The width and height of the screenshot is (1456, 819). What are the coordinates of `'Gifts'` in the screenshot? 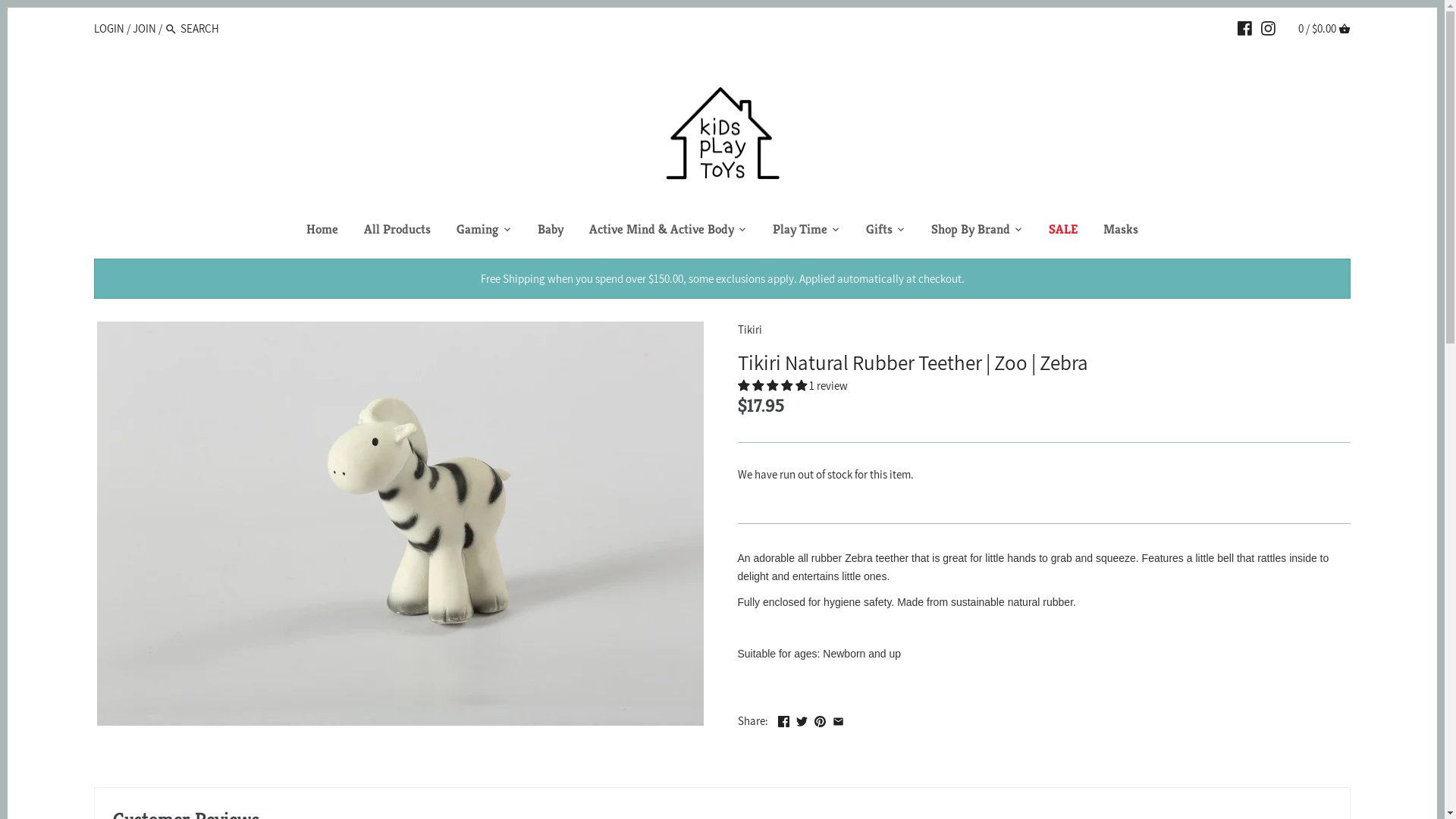 It's located at (852, 231).